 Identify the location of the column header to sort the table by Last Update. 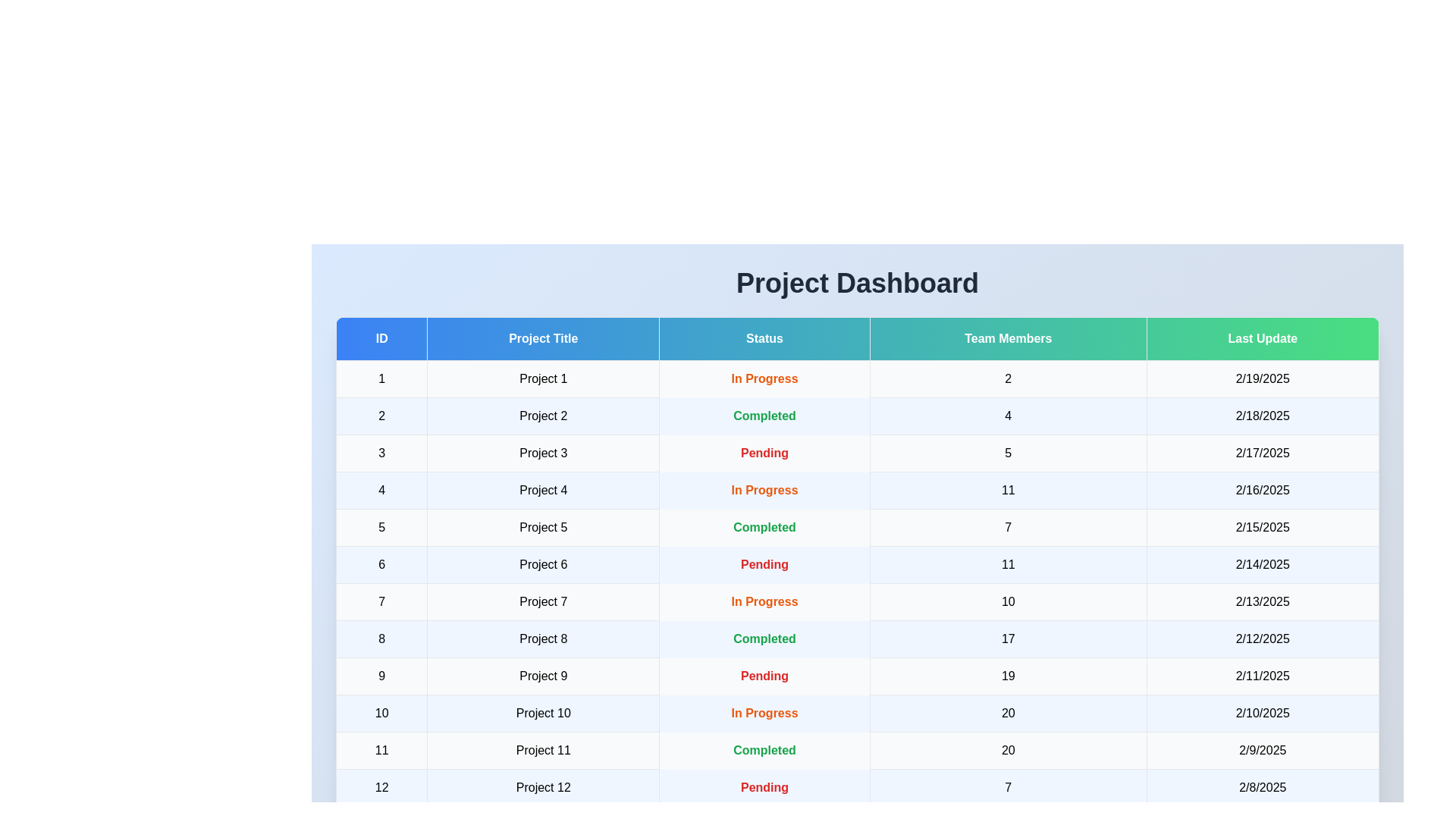
(1263, 338).